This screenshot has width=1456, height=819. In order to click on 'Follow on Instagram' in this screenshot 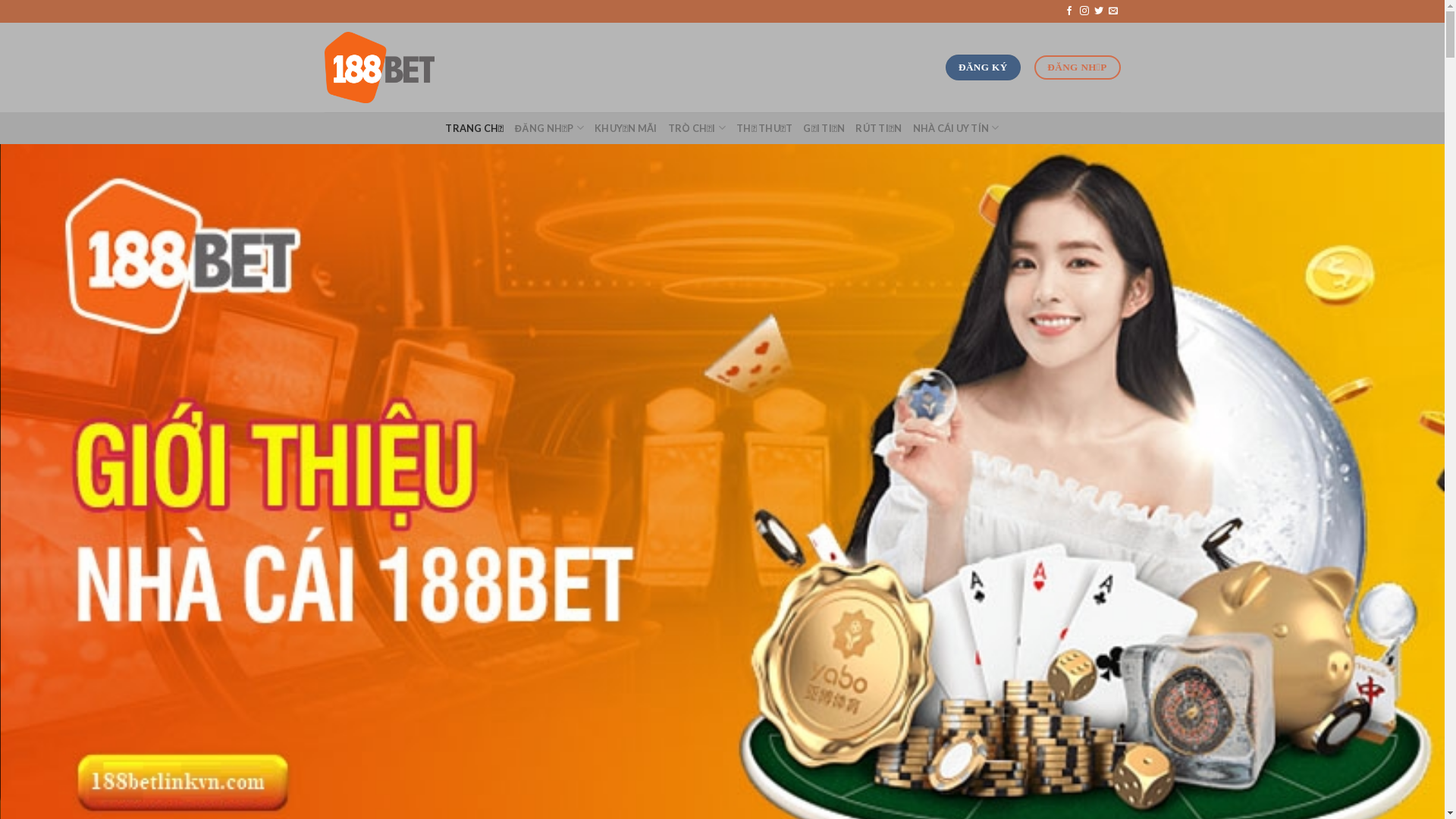, I will do `click(1084, 11)`.